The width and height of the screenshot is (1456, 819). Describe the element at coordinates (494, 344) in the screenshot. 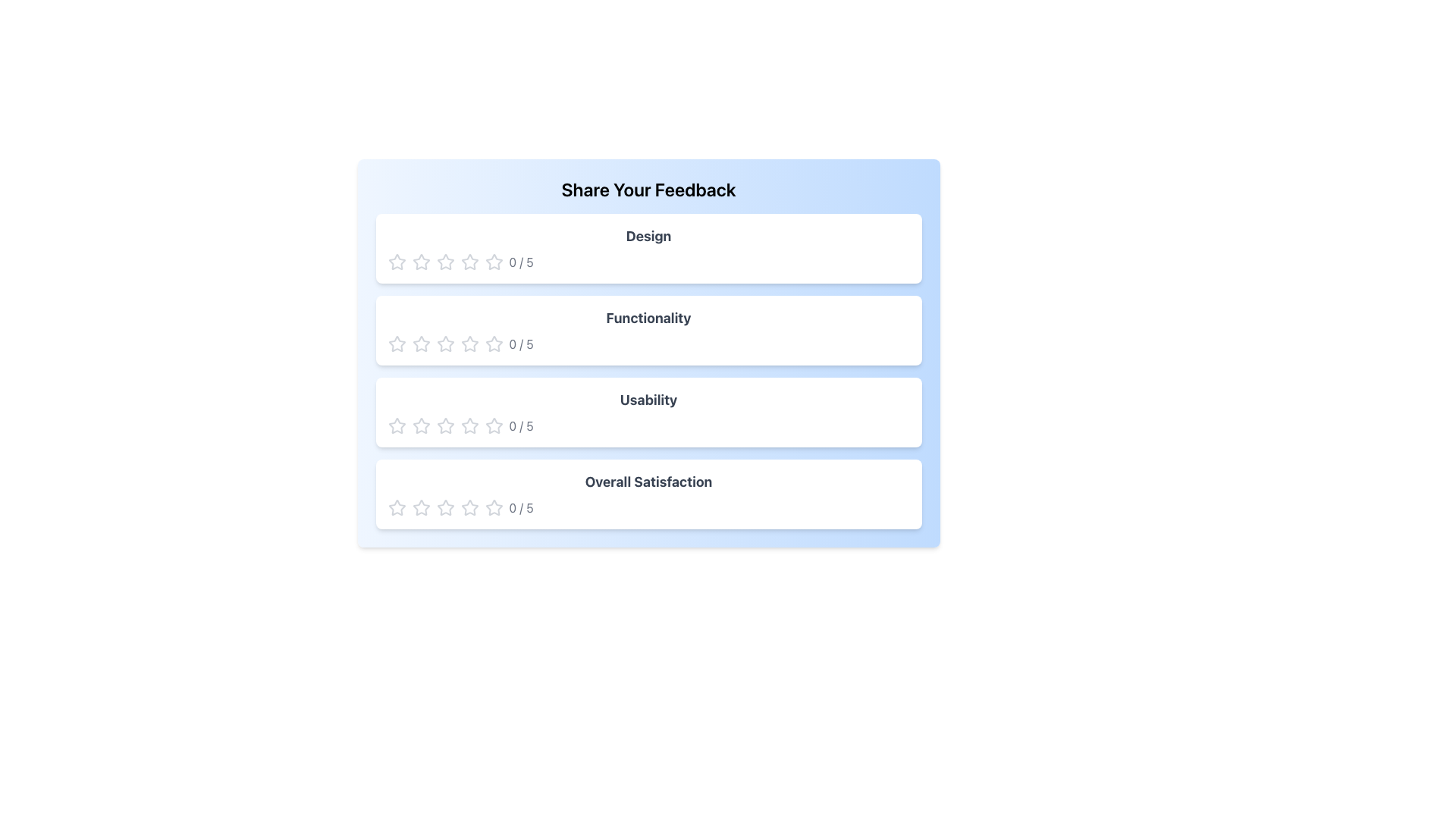

I see `the second star icon in the 'Functionality' rating row, which is a star-shaped icon with a thin outline` at that location.